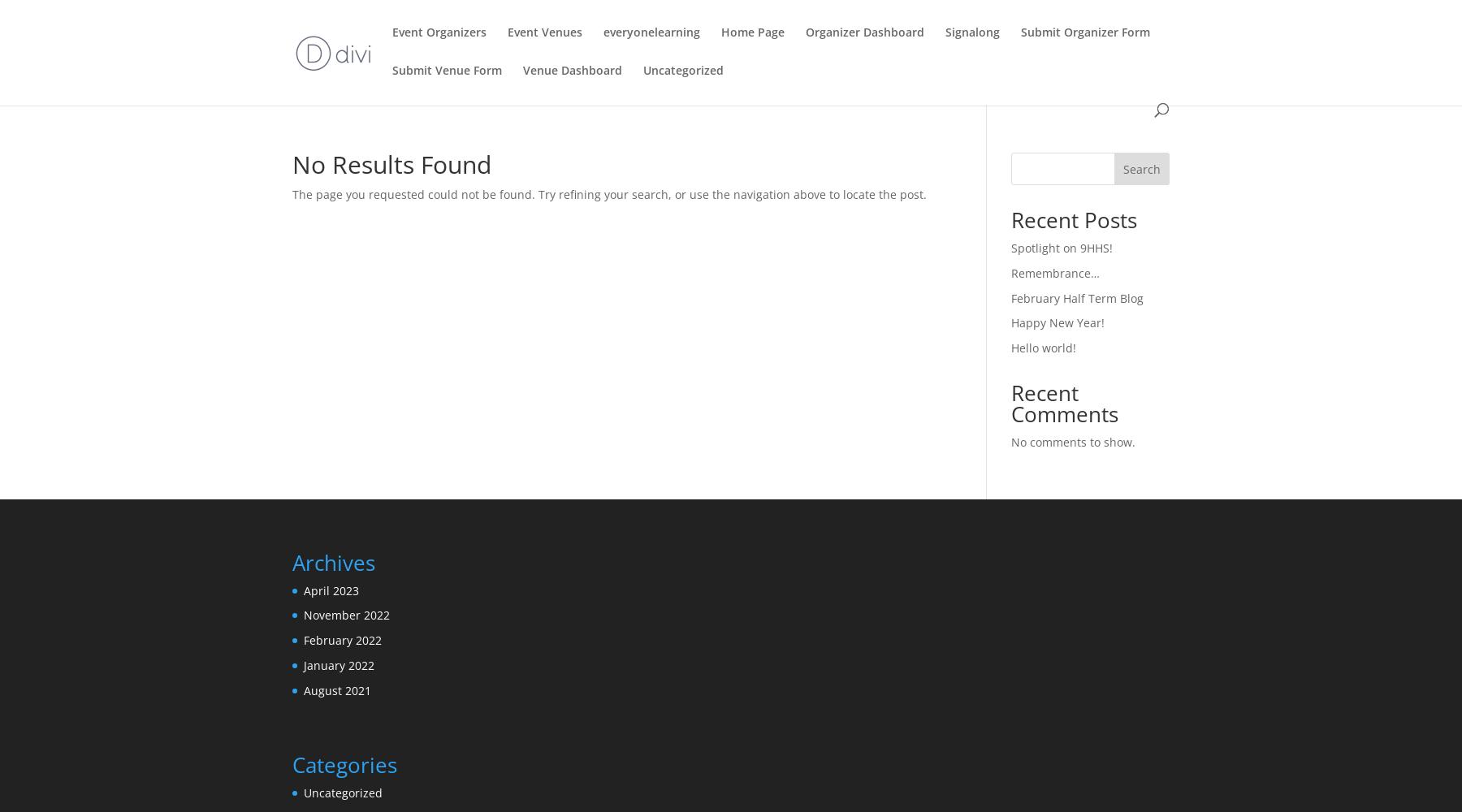 The image size is (1462, 812). What do you see at coordinates (1010, 402) in the screenshot?
I see `'Recent Comments'` at bounding box center [1010, 402].